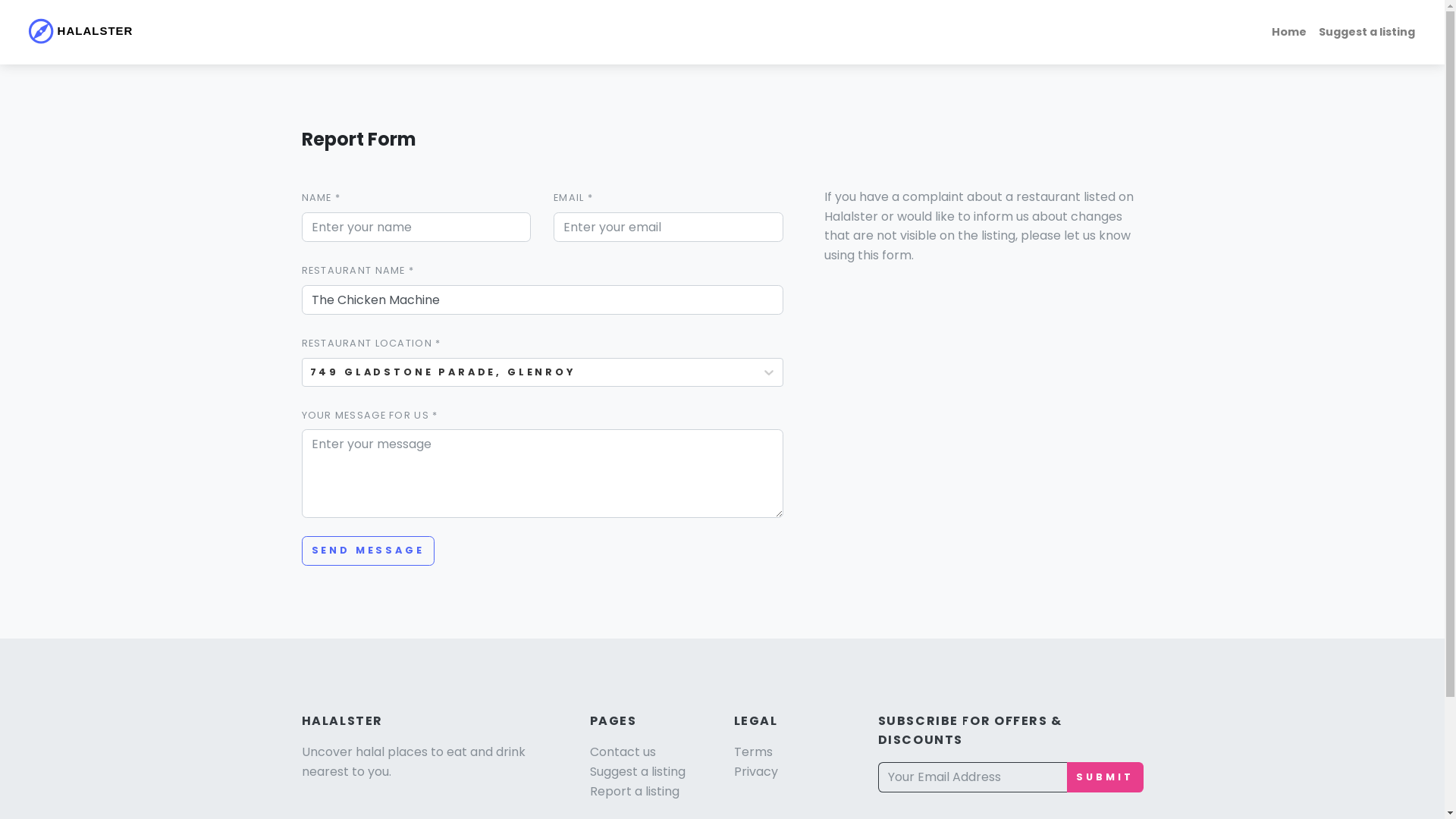 This screenshot has width=1456, height=819. What do you see at coordinates (588, 790) in the screenshot?
I see `'Report a listing'` at bounding box center [588, 790].